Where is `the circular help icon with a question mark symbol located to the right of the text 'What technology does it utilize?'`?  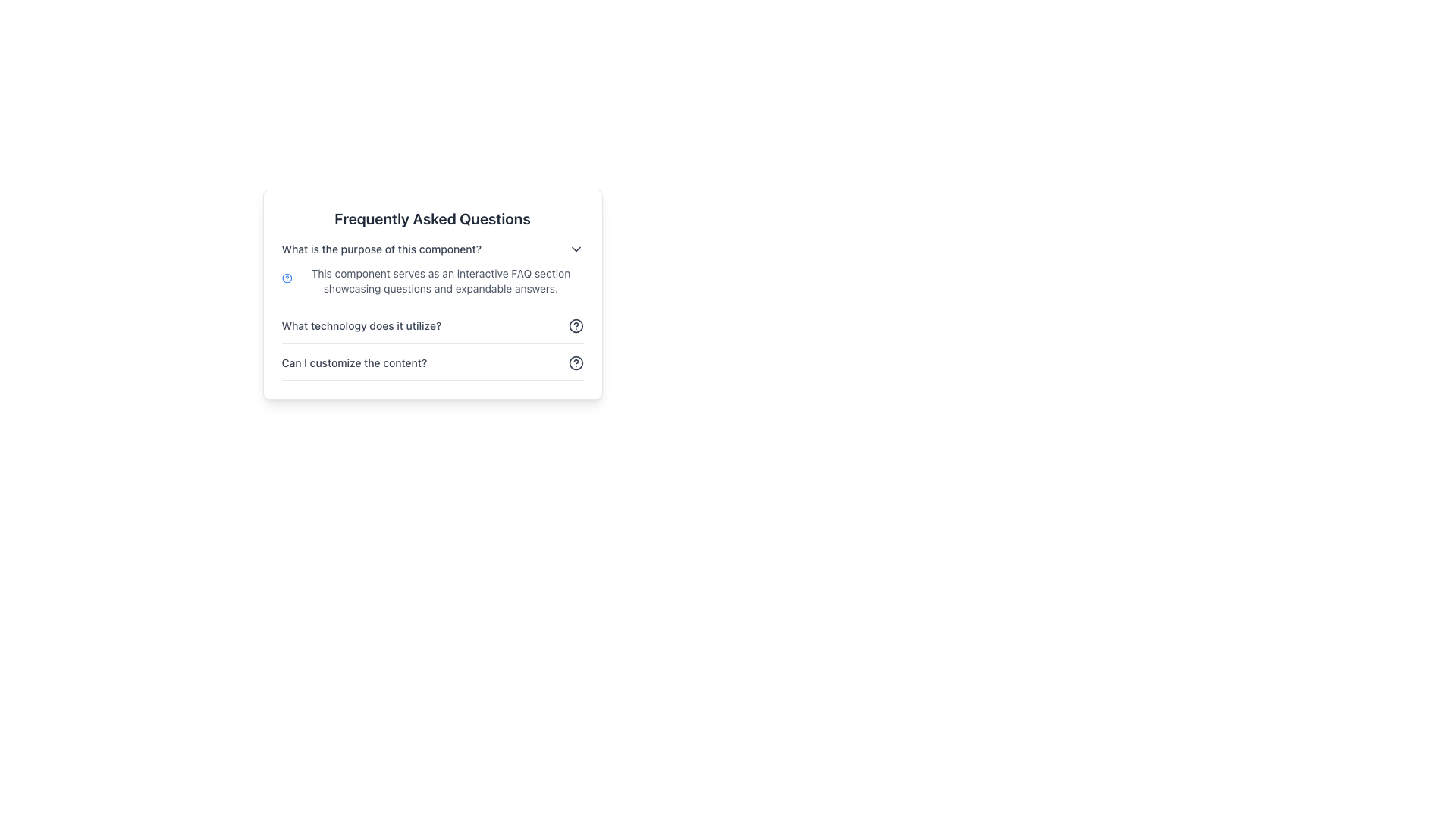 the circular help icon with a question mark symbol located to the right of the text 'What technology does it utilize?' is located at coordinates (575, 325).